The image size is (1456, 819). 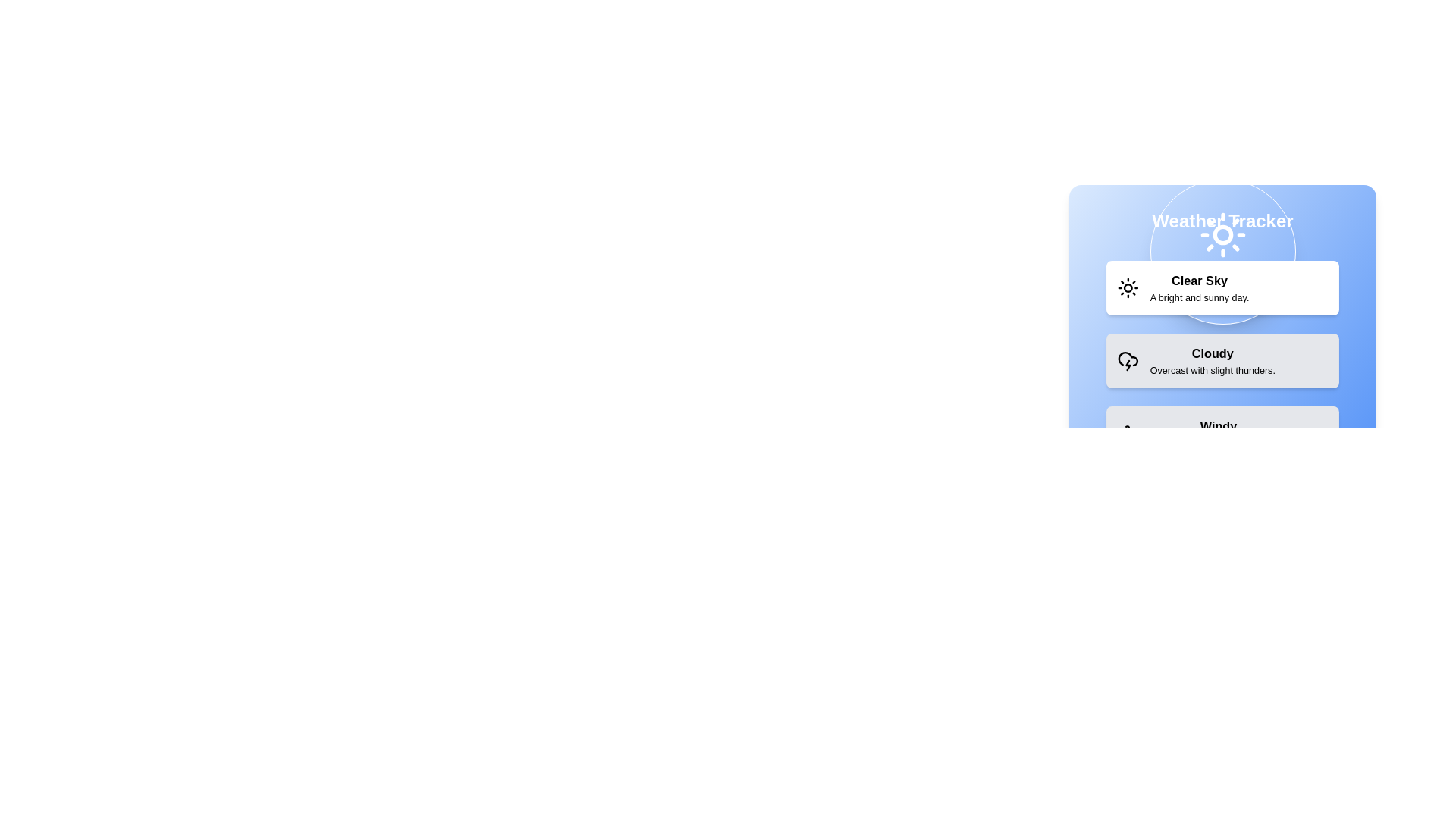 What do you see at coordinates (1128, 433) in the screenshot?
I see `the graphical representation of the wind icon, which is a minimalistic SVG graphic with curved lines and a black stroke, located at the top-left corner of the card displaying 'Windy'` at bounding box center [1128, 433].